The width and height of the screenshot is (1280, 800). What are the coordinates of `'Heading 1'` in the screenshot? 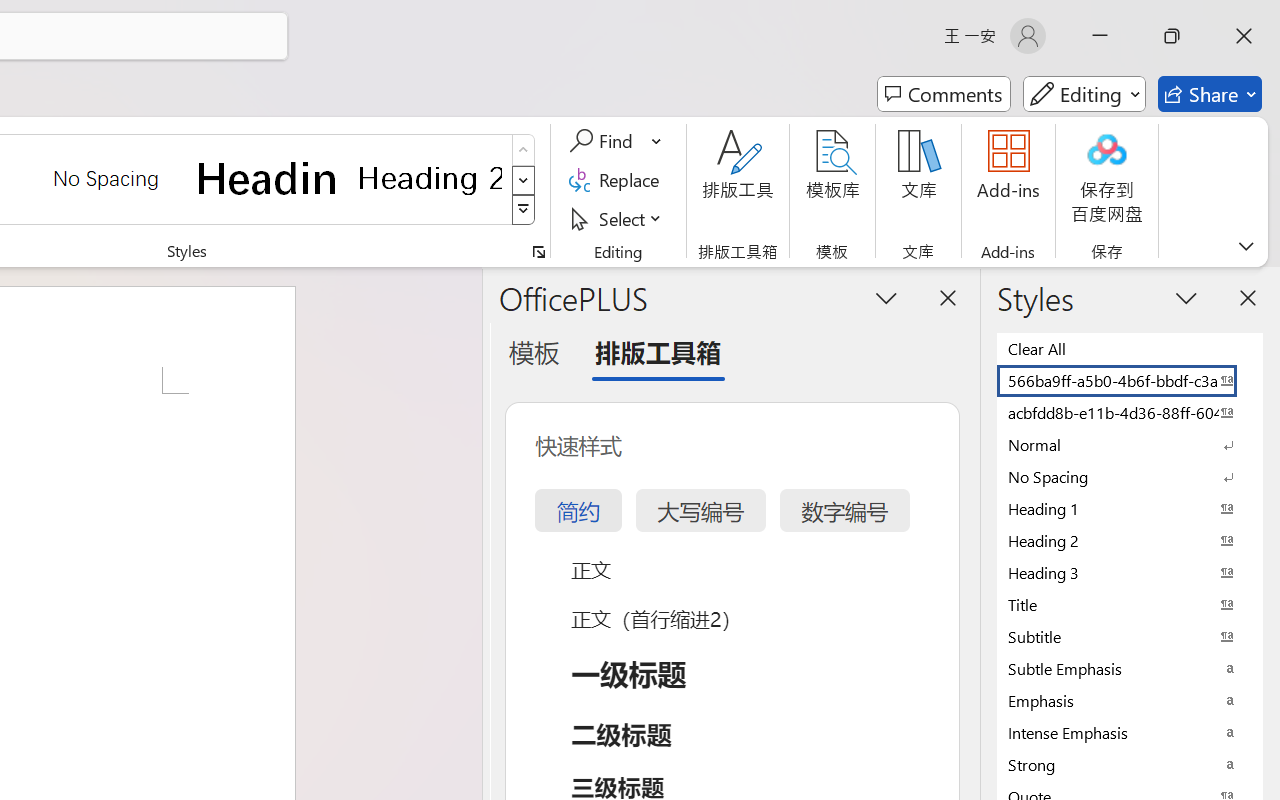 It's located at (267, 177).